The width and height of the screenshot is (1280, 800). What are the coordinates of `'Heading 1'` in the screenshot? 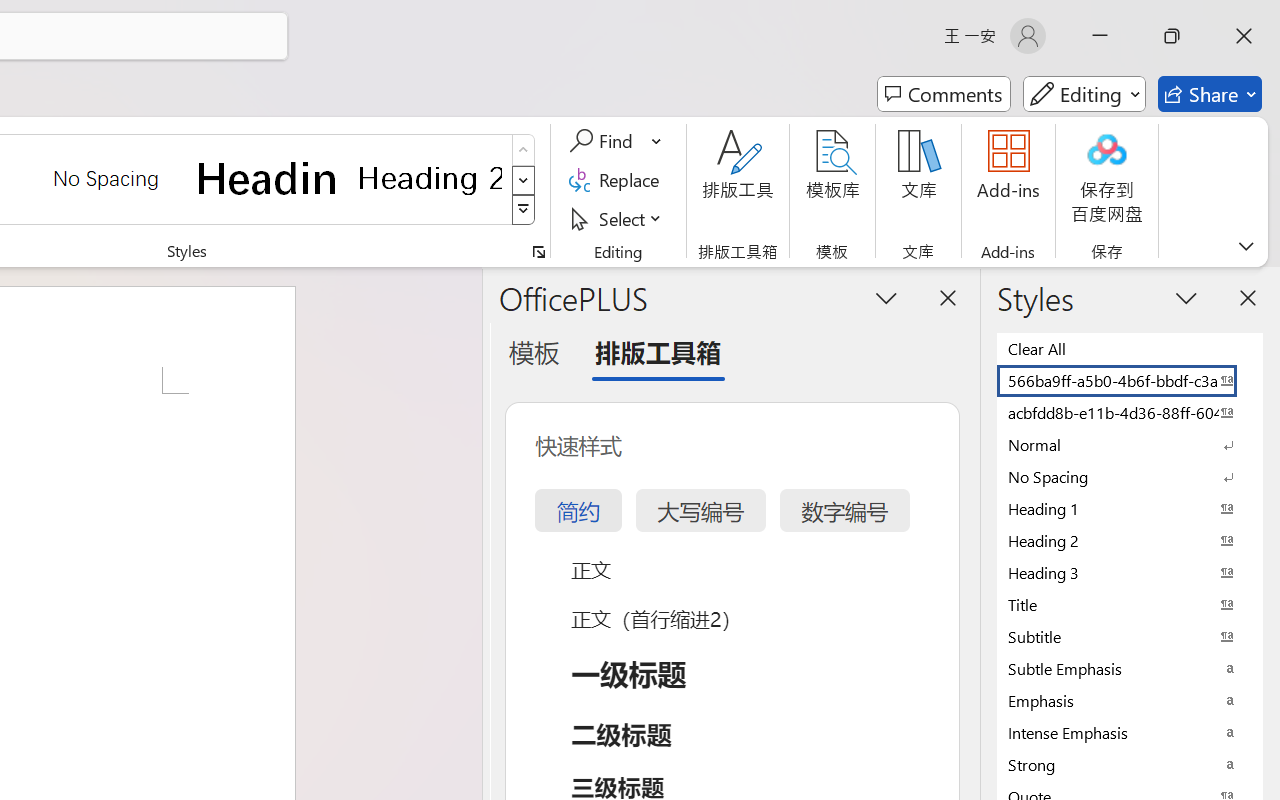 It's located at (267, 177).